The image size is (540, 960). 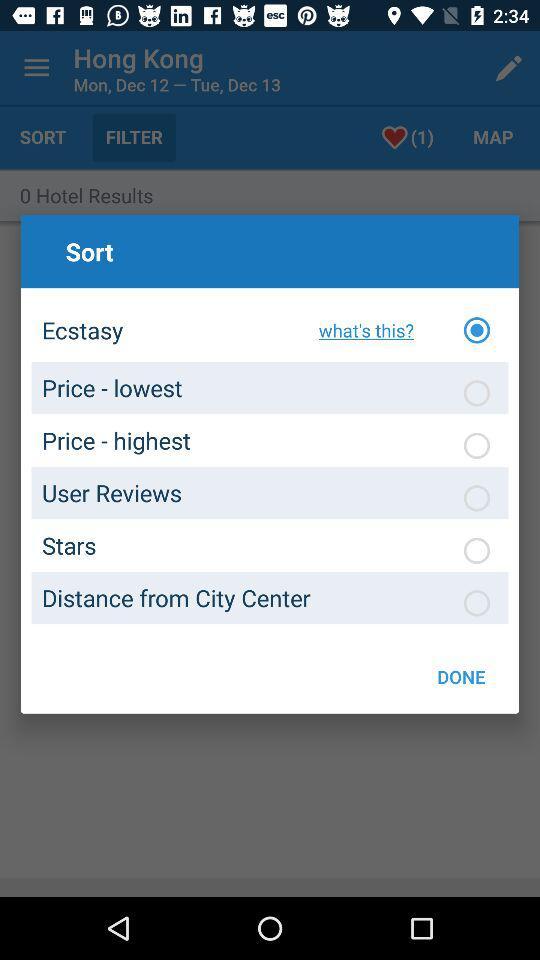 I want to click on what's this? item, so click(x=360, y=330).